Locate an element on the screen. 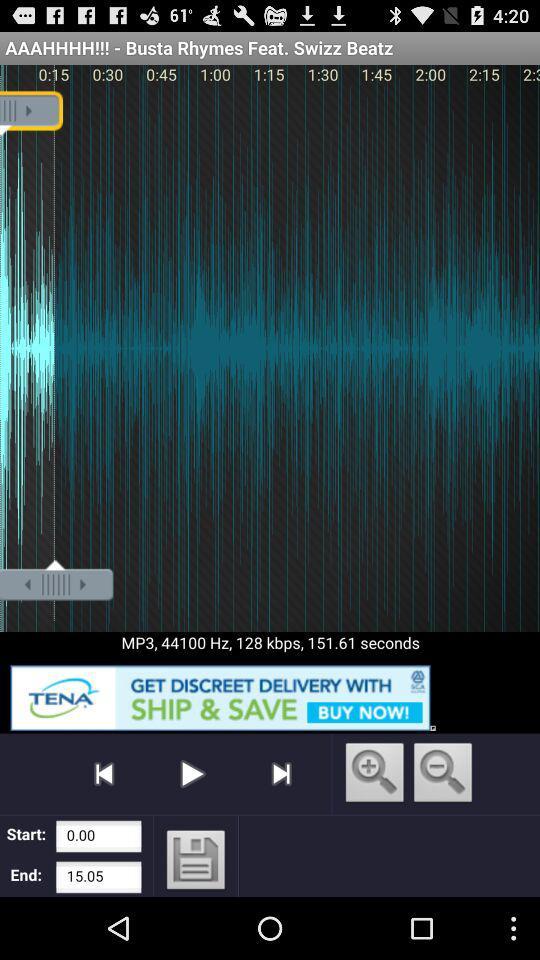  the play icon is located at coordinates (192, 828).